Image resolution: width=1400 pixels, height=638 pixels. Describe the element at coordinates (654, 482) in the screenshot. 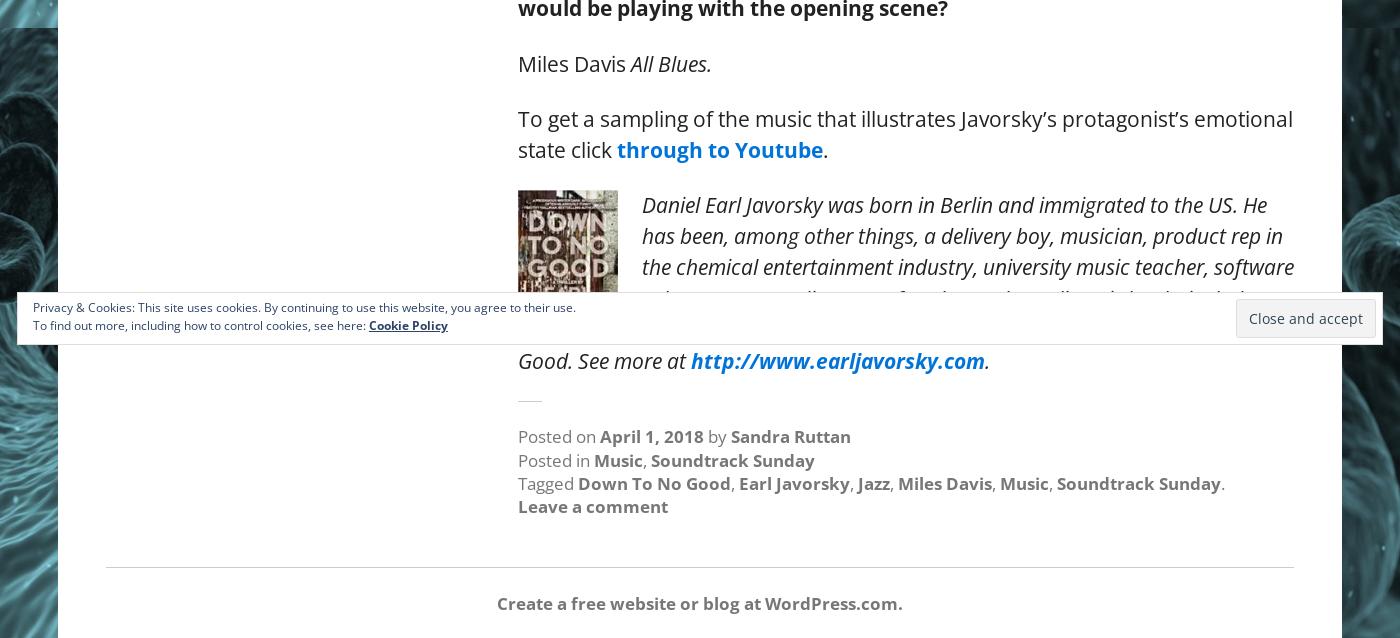

I see `'Down To No Good'` at that location.